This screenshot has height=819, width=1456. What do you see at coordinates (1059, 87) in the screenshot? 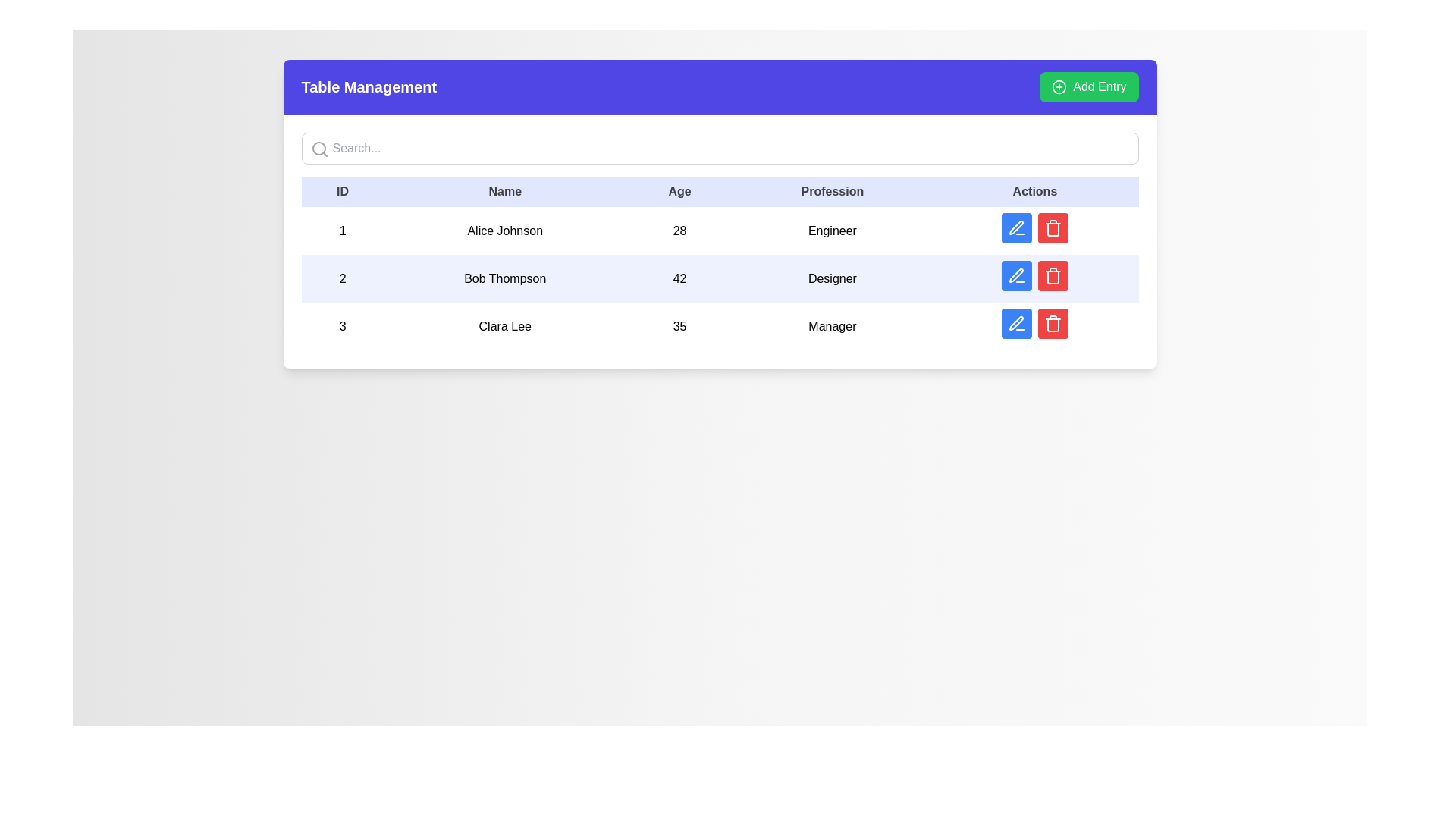
I see `the icon located to the left of the 'Add Entry' text in the green button at the top right corner of the interface` at bounding box center [1059, 87].